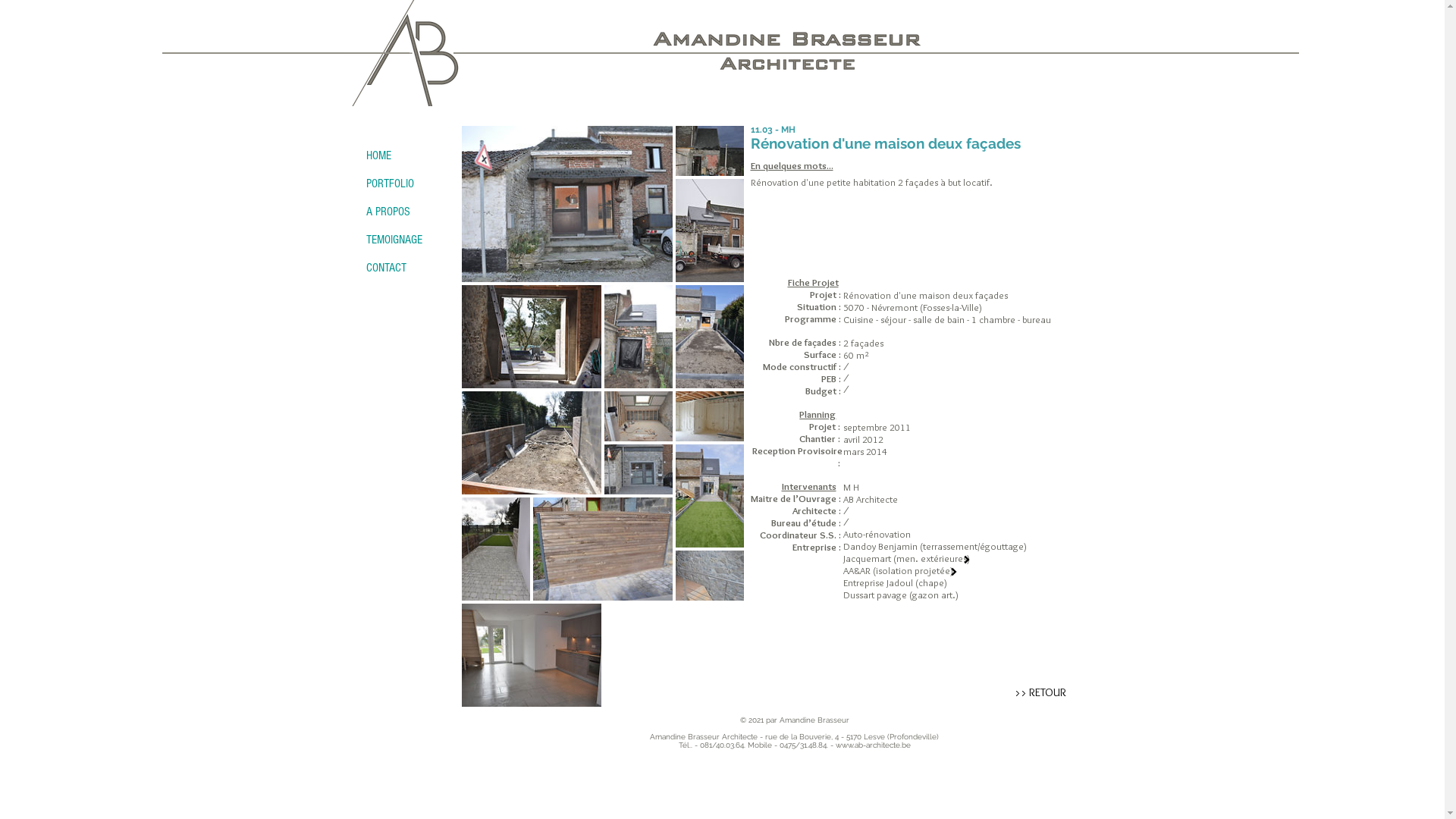  I want to click on 'HOME', so click(407, 155).